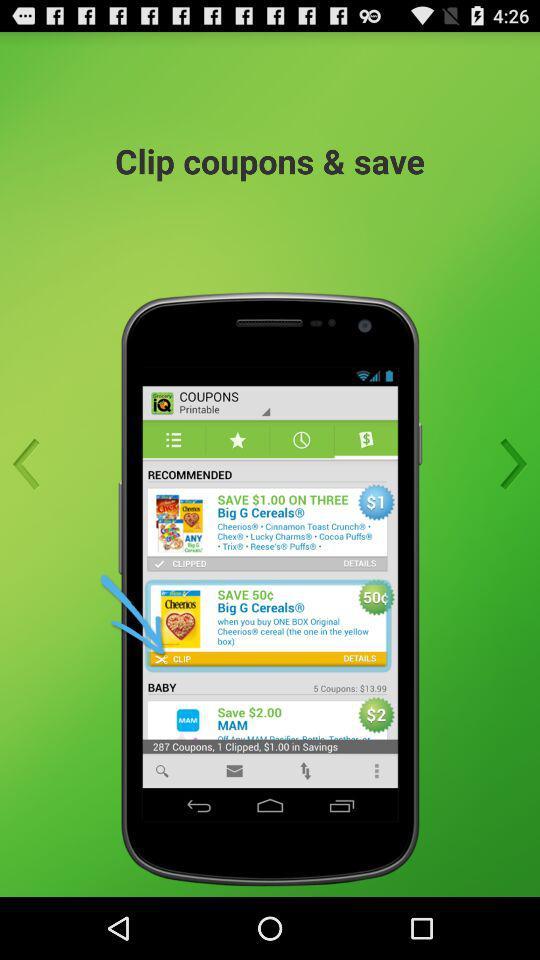 The width and height of the screenshot is (540, 960). Describe the element at coordinates (31, 464) in the screenshot. I see `back` at that location.